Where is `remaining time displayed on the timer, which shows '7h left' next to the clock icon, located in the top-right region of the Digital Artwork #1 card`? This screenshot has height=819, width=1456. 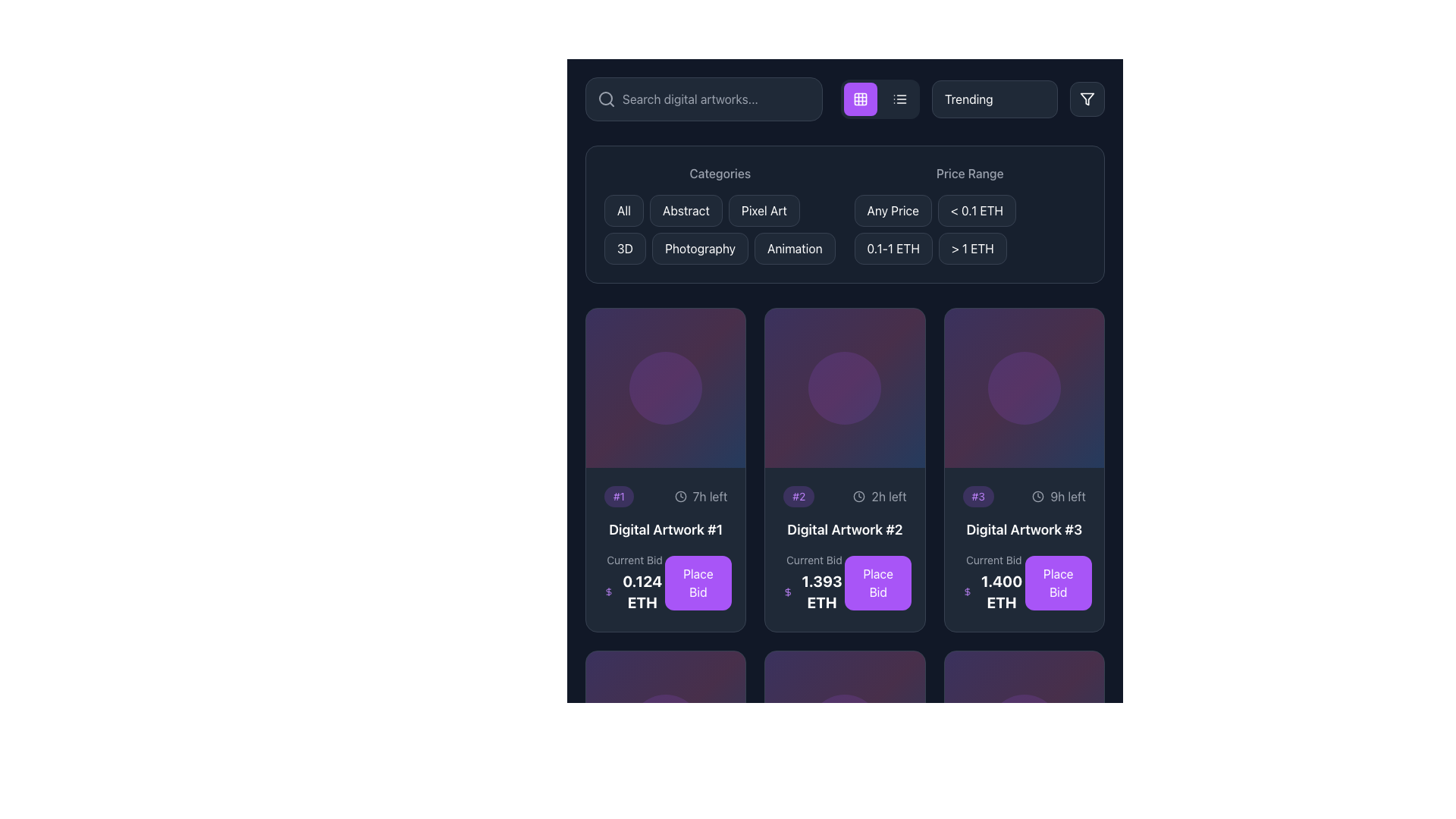 remaining time displayed on the timer, which shows '7h left' next to the clock icon, located in the top-right region of the Digital Artwork #1 card is located at coordinates (700, 497).